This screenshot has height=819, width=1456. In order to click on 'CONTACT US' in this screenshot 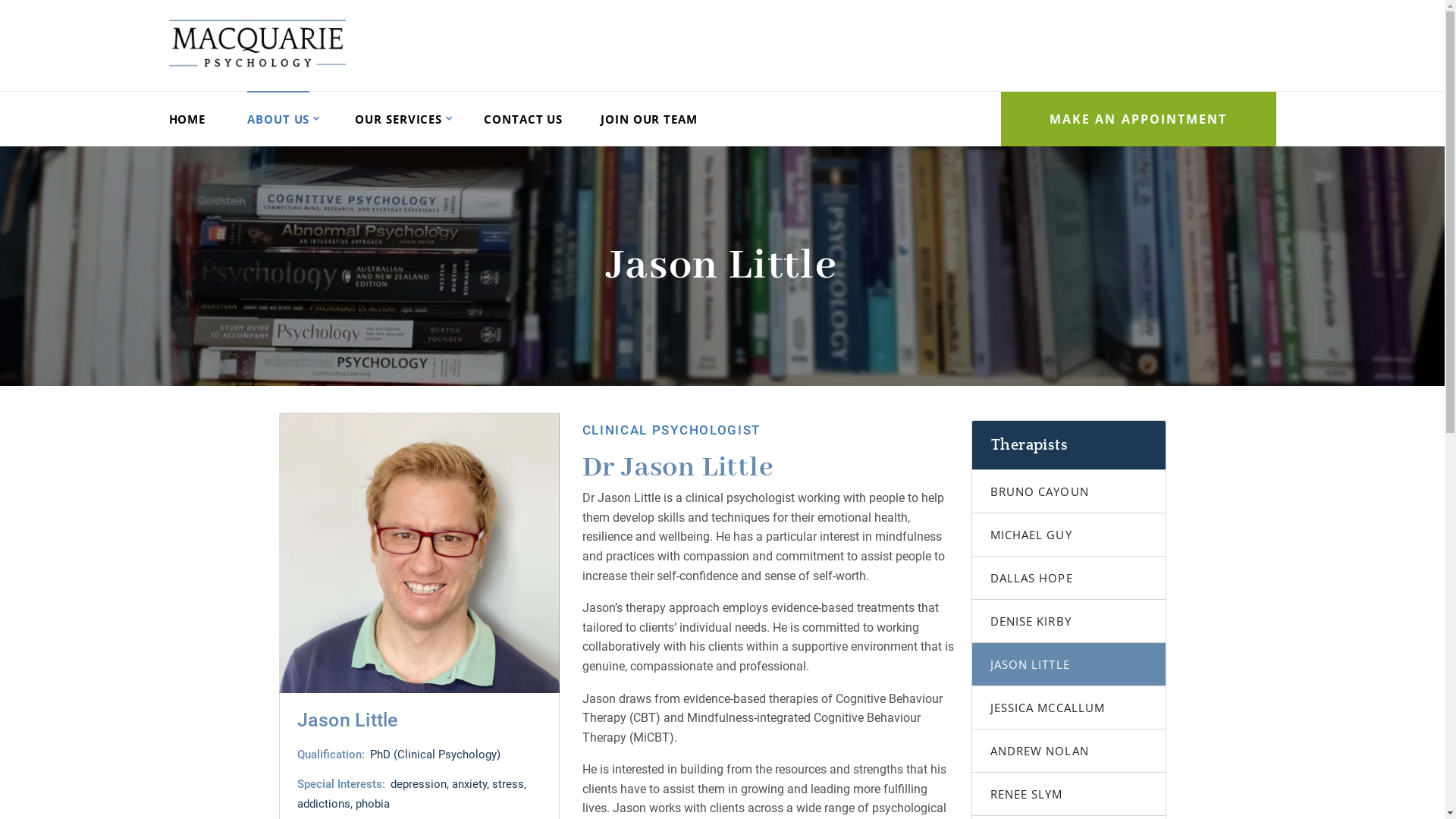, I will do `click(523, 118)`.